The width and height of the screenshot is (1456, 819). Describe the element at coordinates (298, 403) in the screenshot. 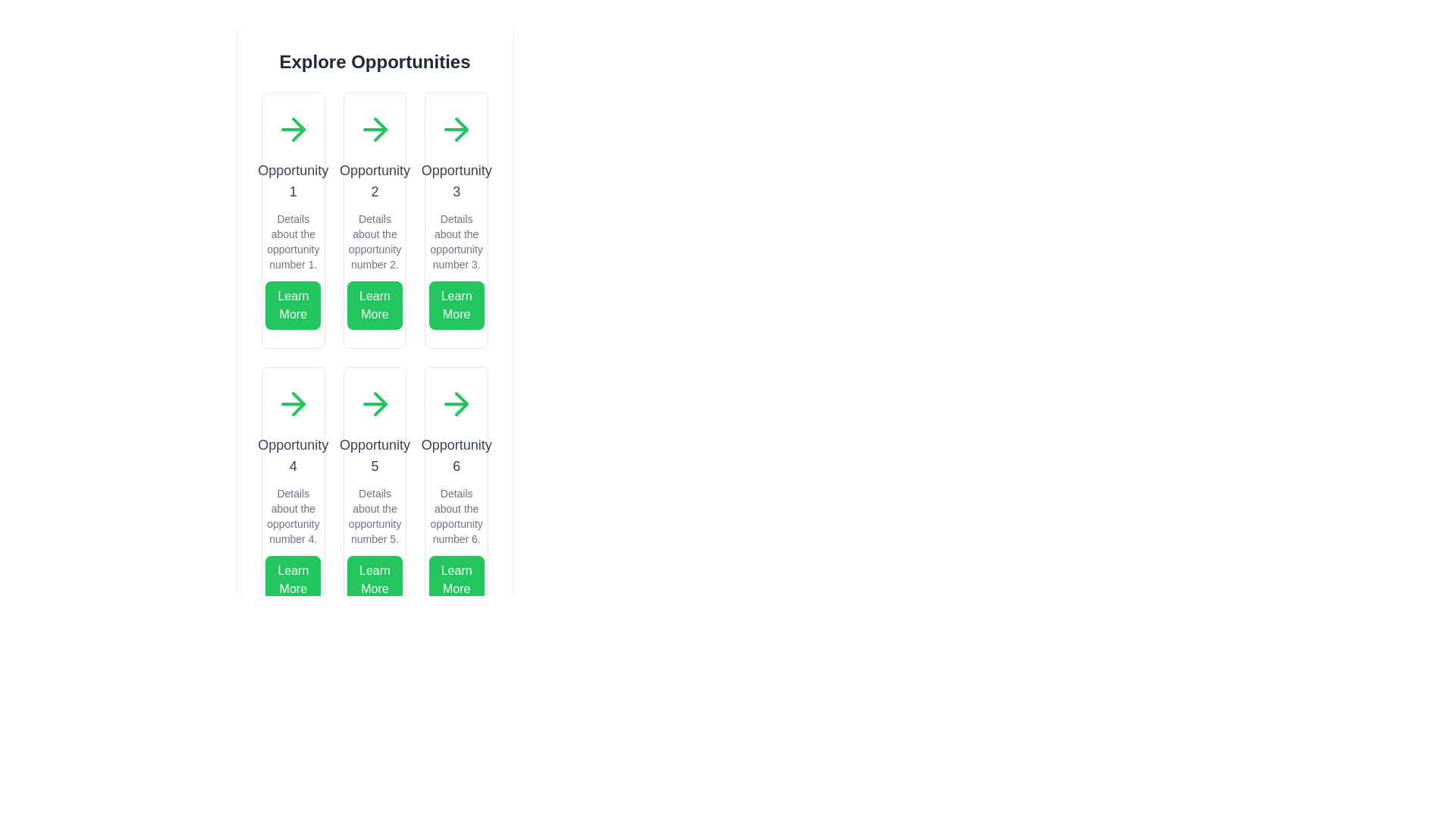

I see `the navigation icon related to the Opportunity 4 option, which is located in the second row, first column of the icon set` at that location.